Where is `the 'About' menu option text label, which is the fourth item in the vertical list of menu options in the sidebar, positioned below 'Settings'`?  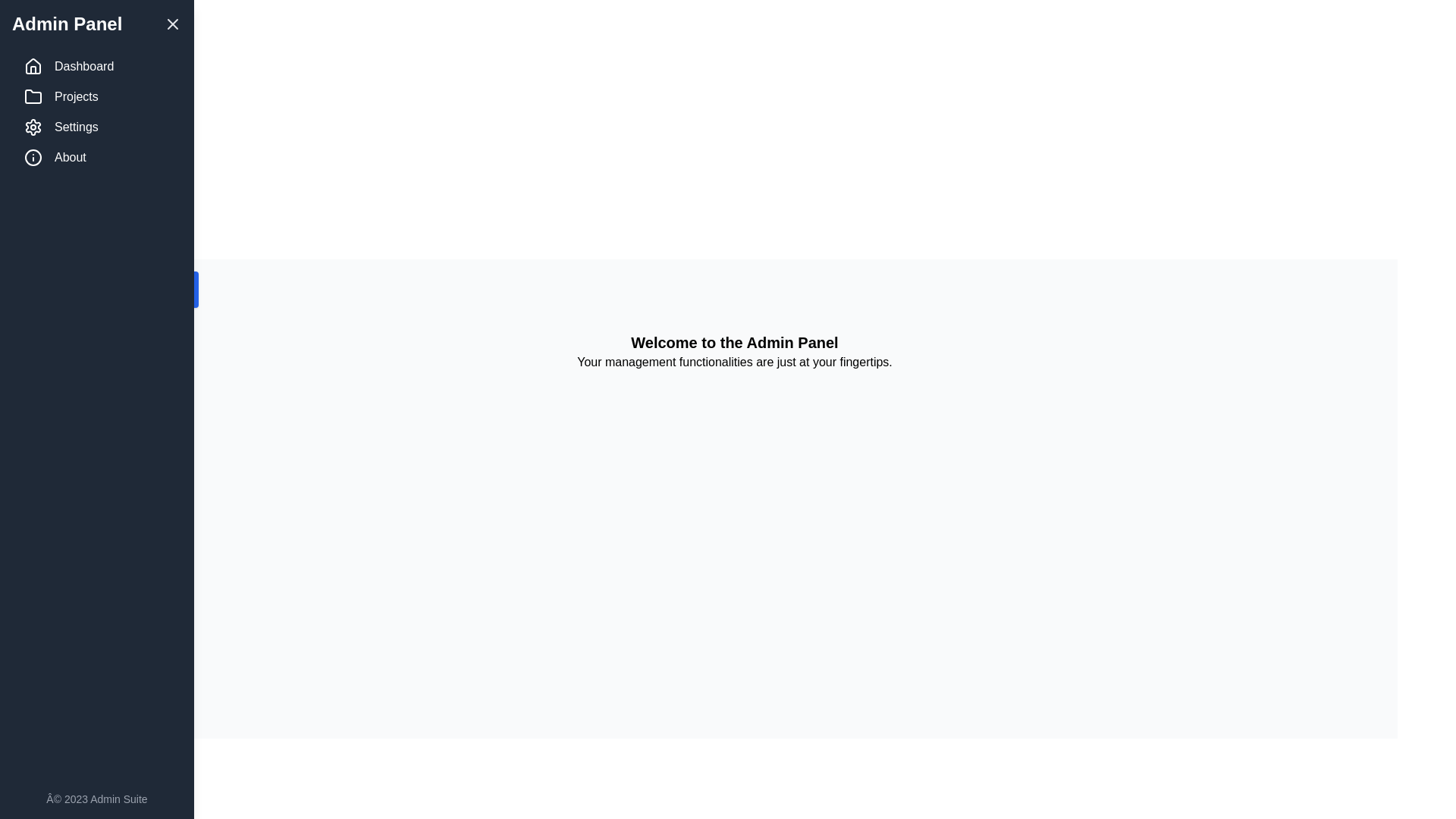
the 'About' menu option text label, which is the fourth item in the vertical list of menu options in the sidebar, positioned below 'Settings' is located at coordinates (69, 158).